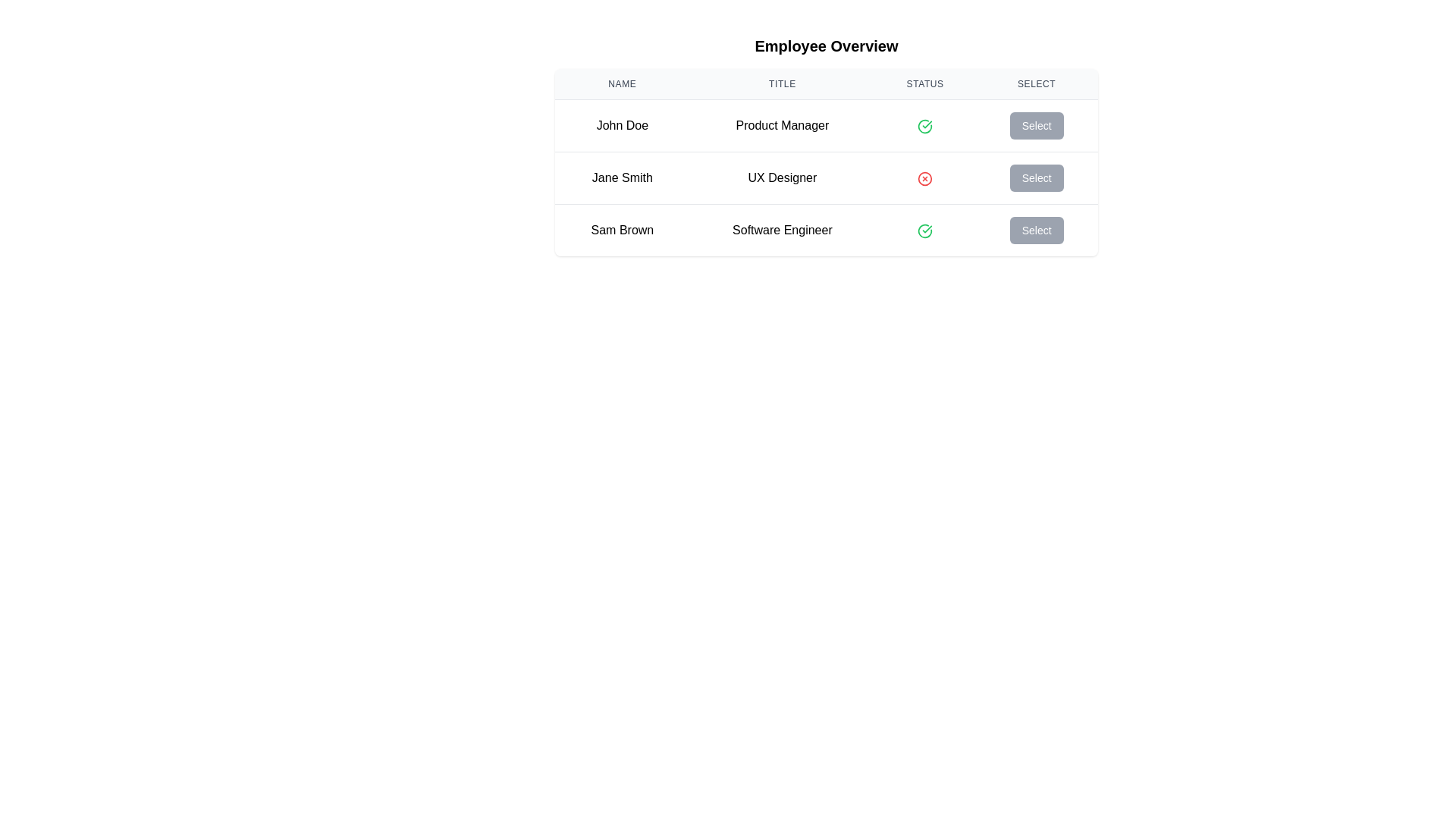 The image size is (1456, 819). Describe the element at coordinates (924, 124) in the screenshot. I see `the status icon in the third column of the first row in the 'STATUS' column of the table, which indicates a successful status` at that location.